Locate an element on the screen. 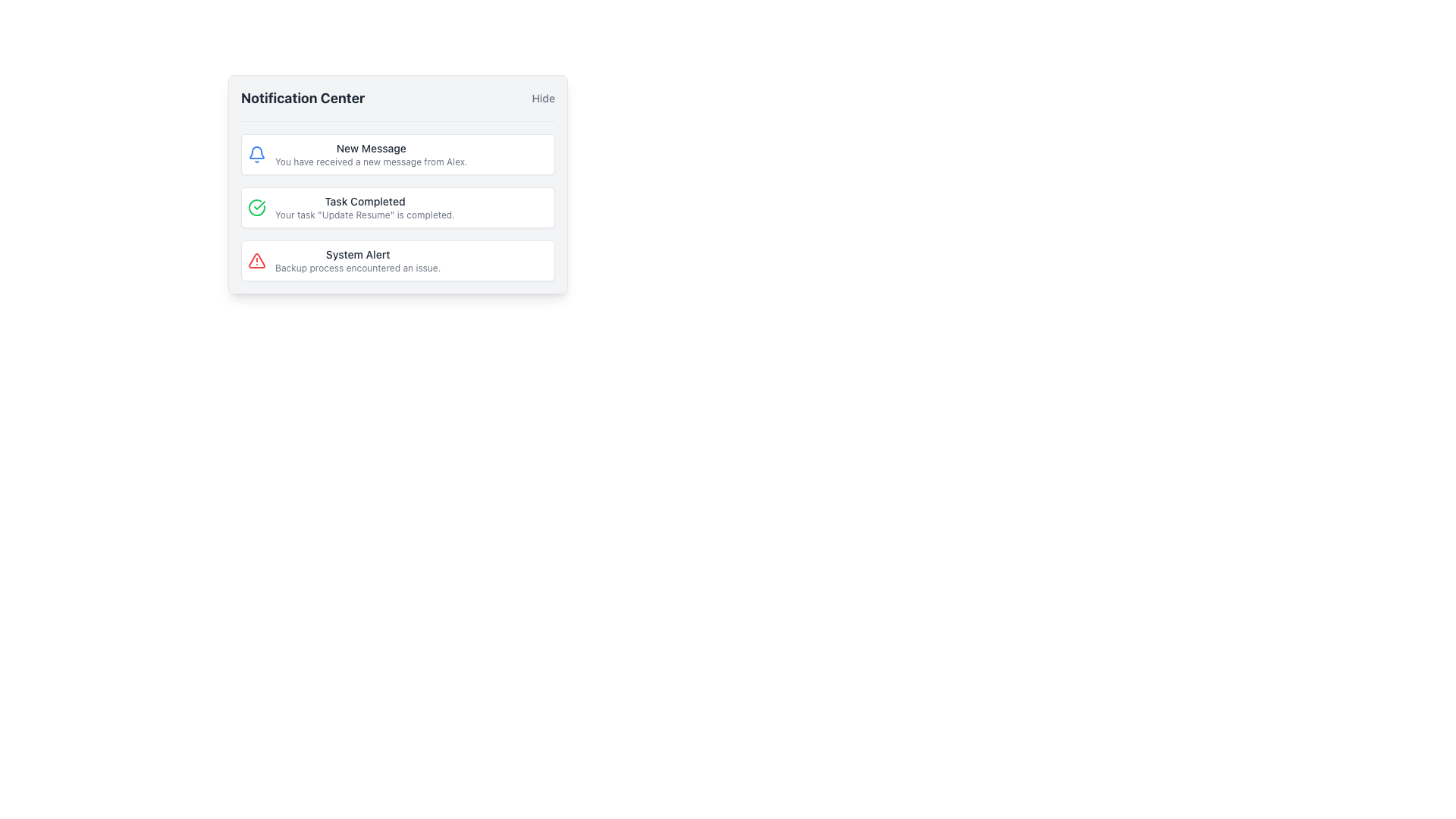  the green checkmark icon in the second notification box of the notification center, which indicates task completion and is adjacent to the text 'Task Completed' is located at coordinates (259, 205).